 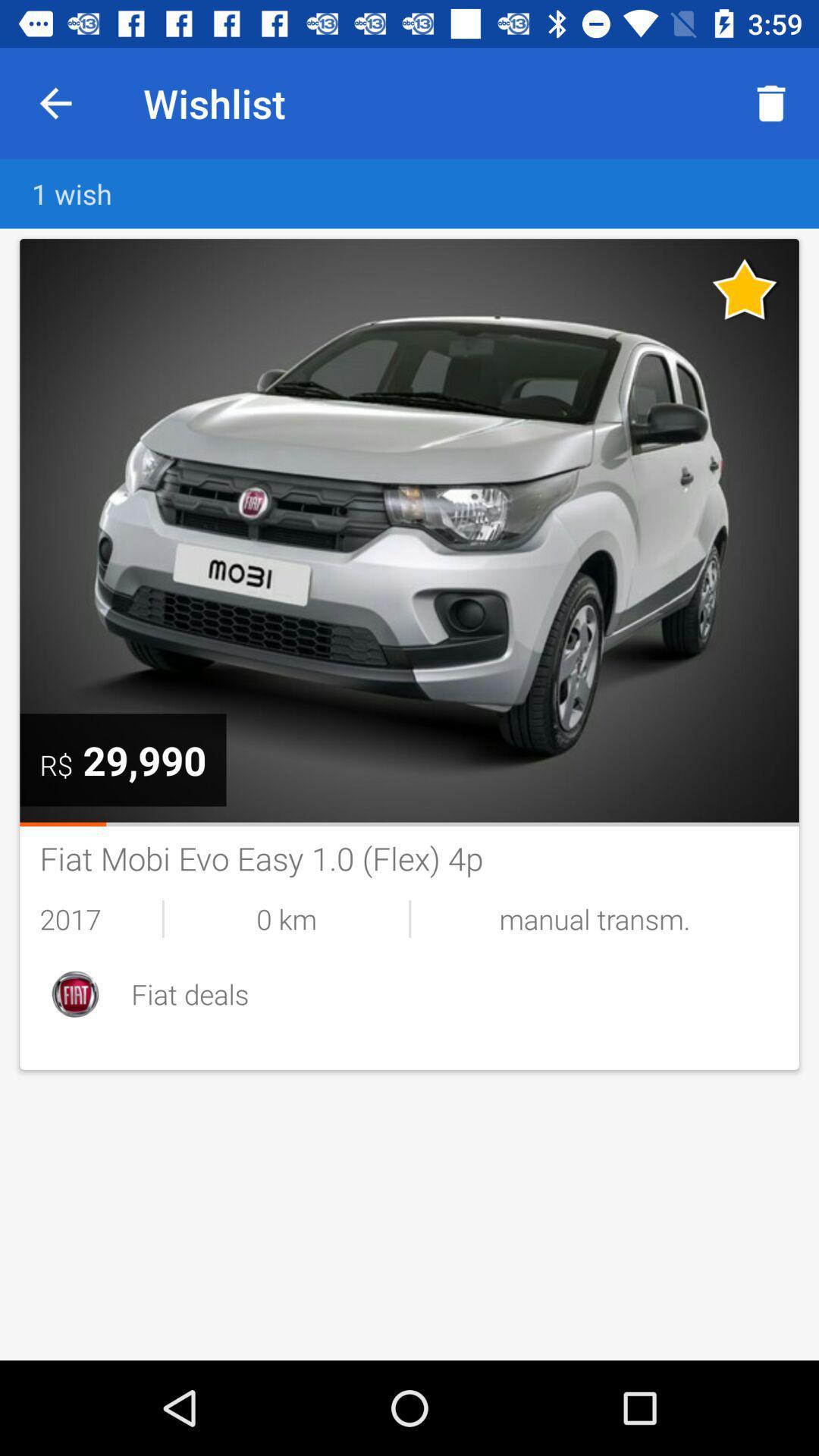 I want to click on item below the 1 wish item, so click(x=409, y=530).